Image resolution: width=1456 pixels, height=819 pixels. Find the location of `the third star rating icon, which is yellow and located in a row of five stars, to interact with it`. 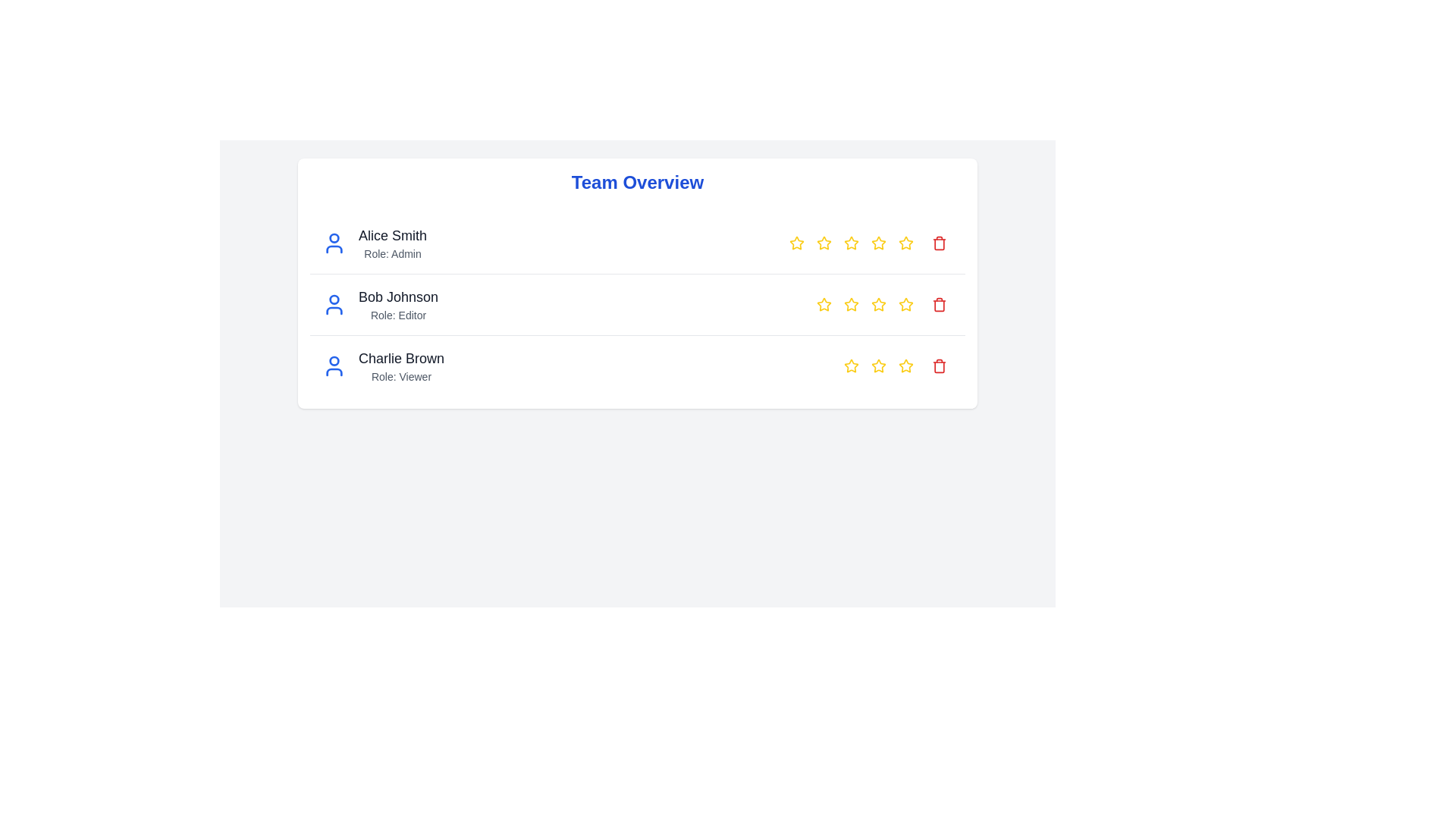

the third star rating icon, which is yellow and located in a row of five stars, to interact with it is located at coordinates (899, 366).